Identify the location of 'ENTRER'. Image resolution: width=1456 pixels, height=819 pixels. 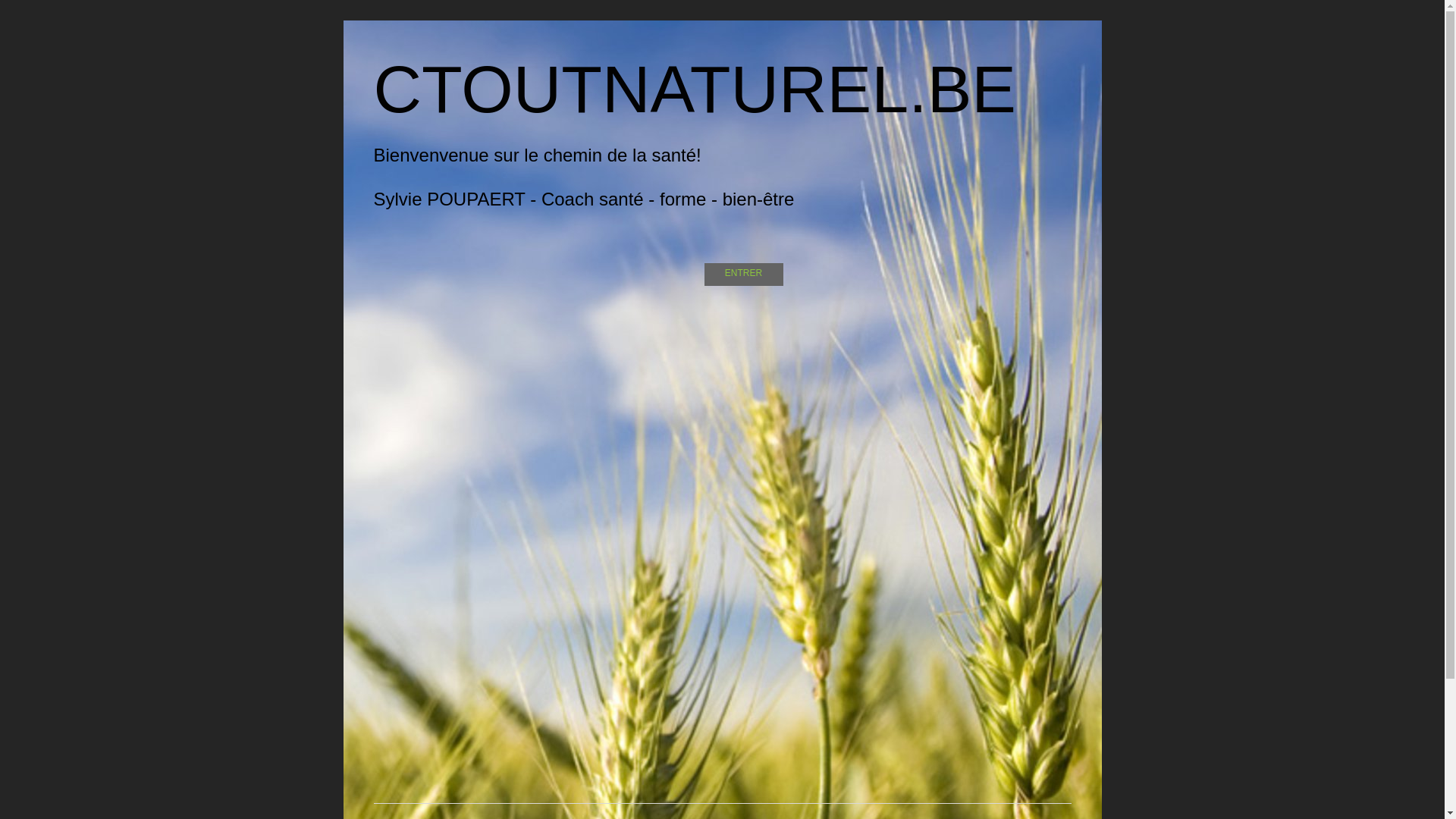
(723, 271).